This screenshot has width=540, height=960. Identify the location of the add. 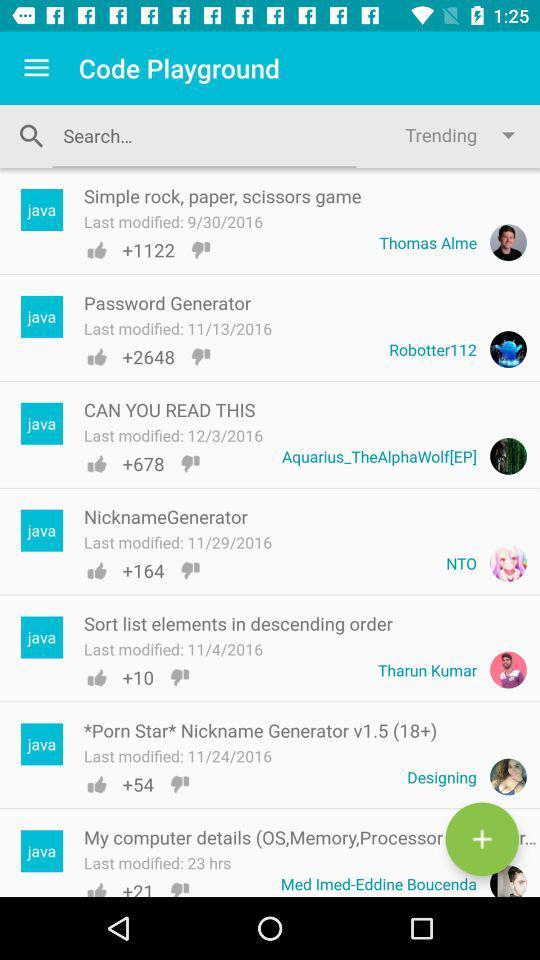
(481, 839).